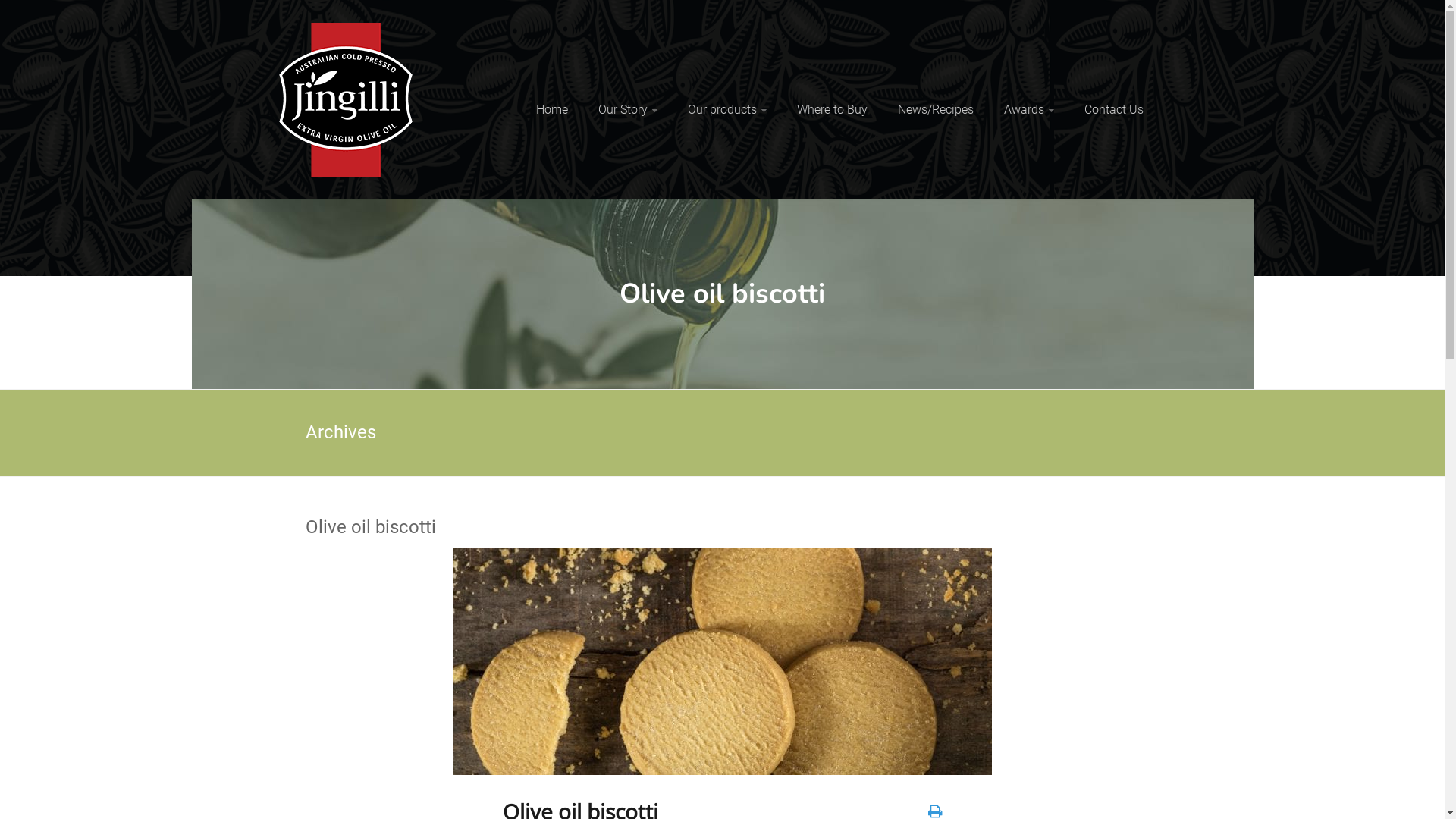 The image size is (1456, 819). I want to click on 'Contact Us', so click(1084, 109).